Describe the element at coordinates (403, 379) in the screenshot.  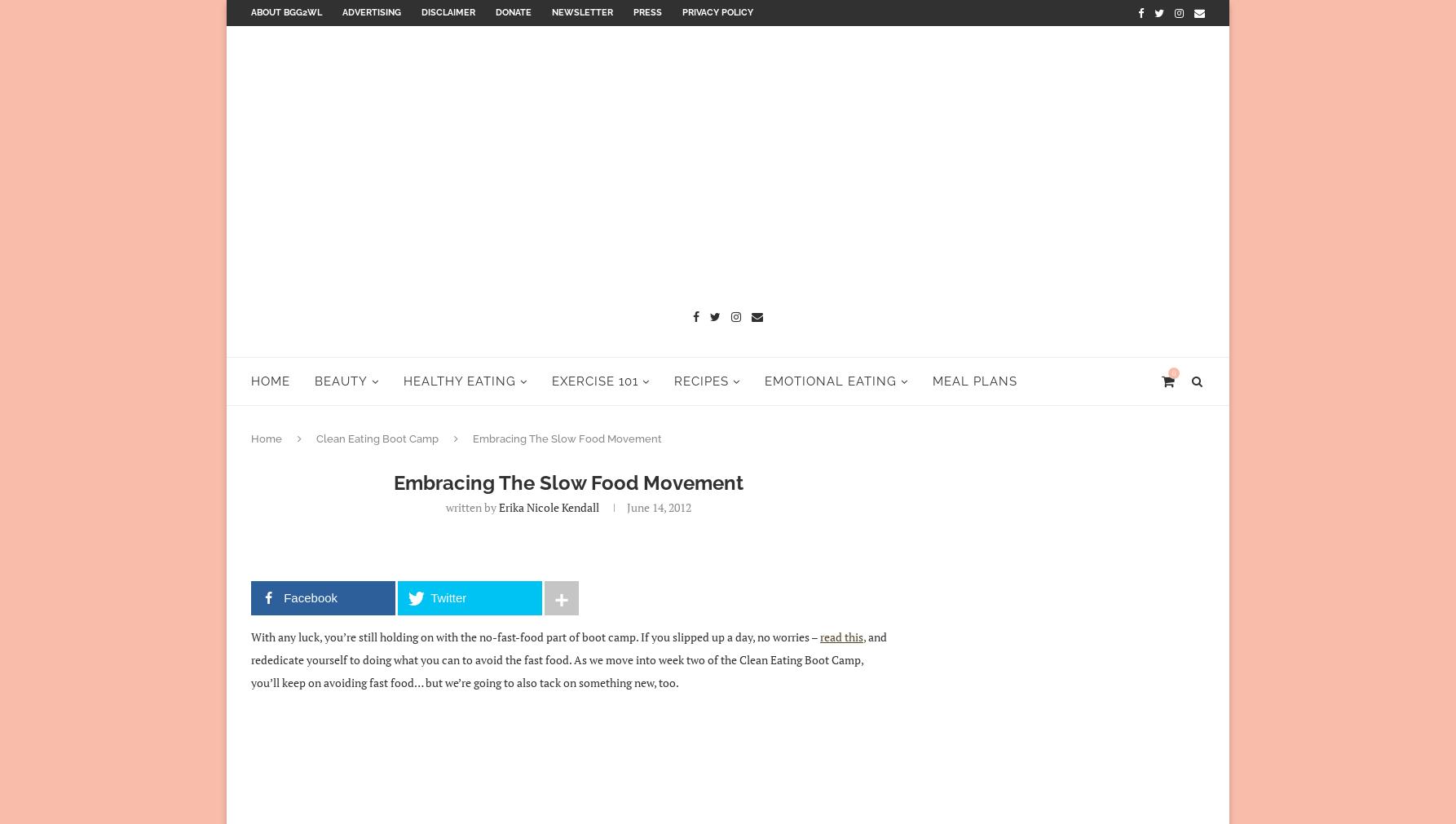
I see `'Healthy Eating'` at that location.